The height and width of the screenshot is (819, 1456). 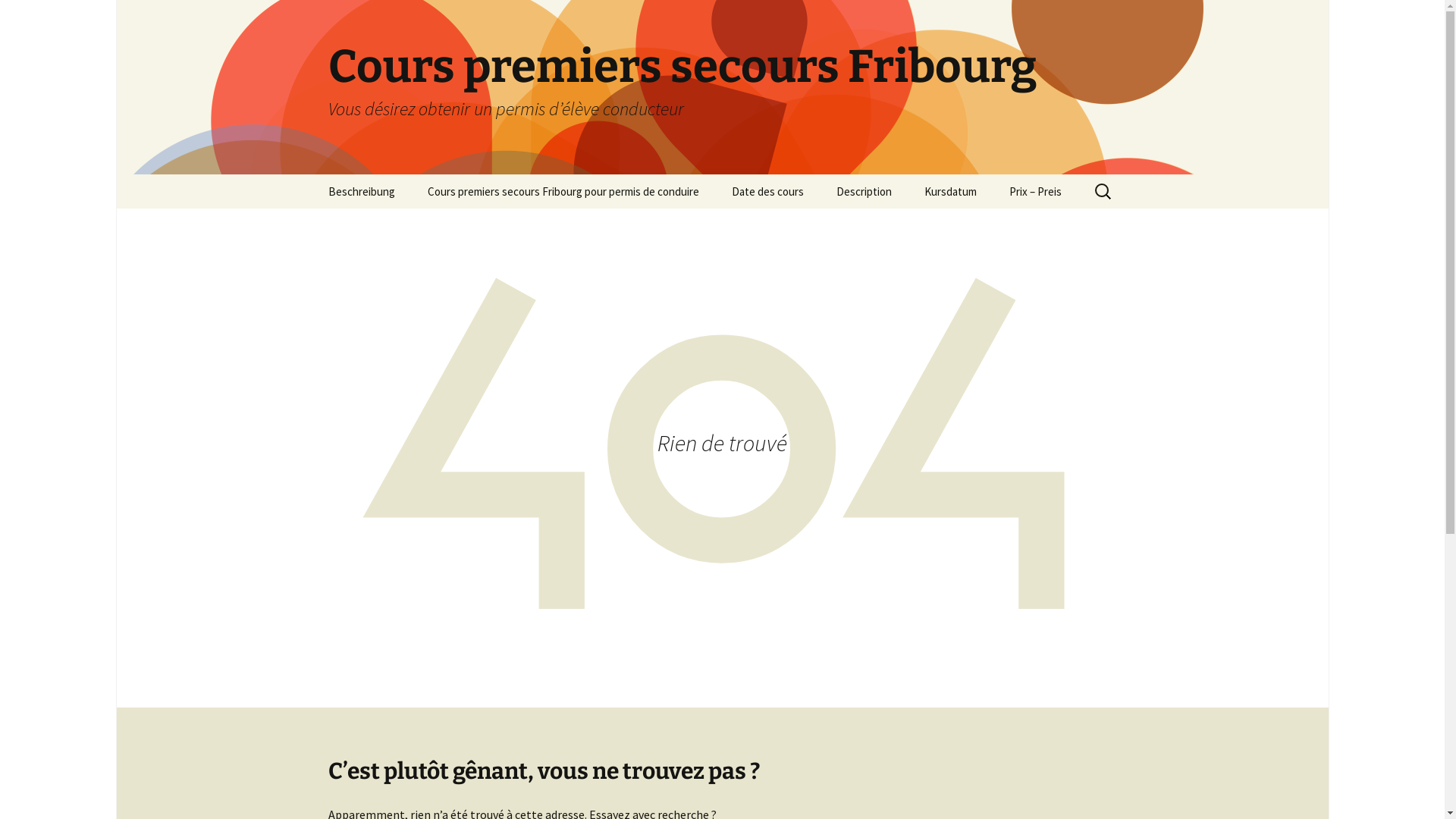 I want to click on 'Description', so click(x=863, y=190).